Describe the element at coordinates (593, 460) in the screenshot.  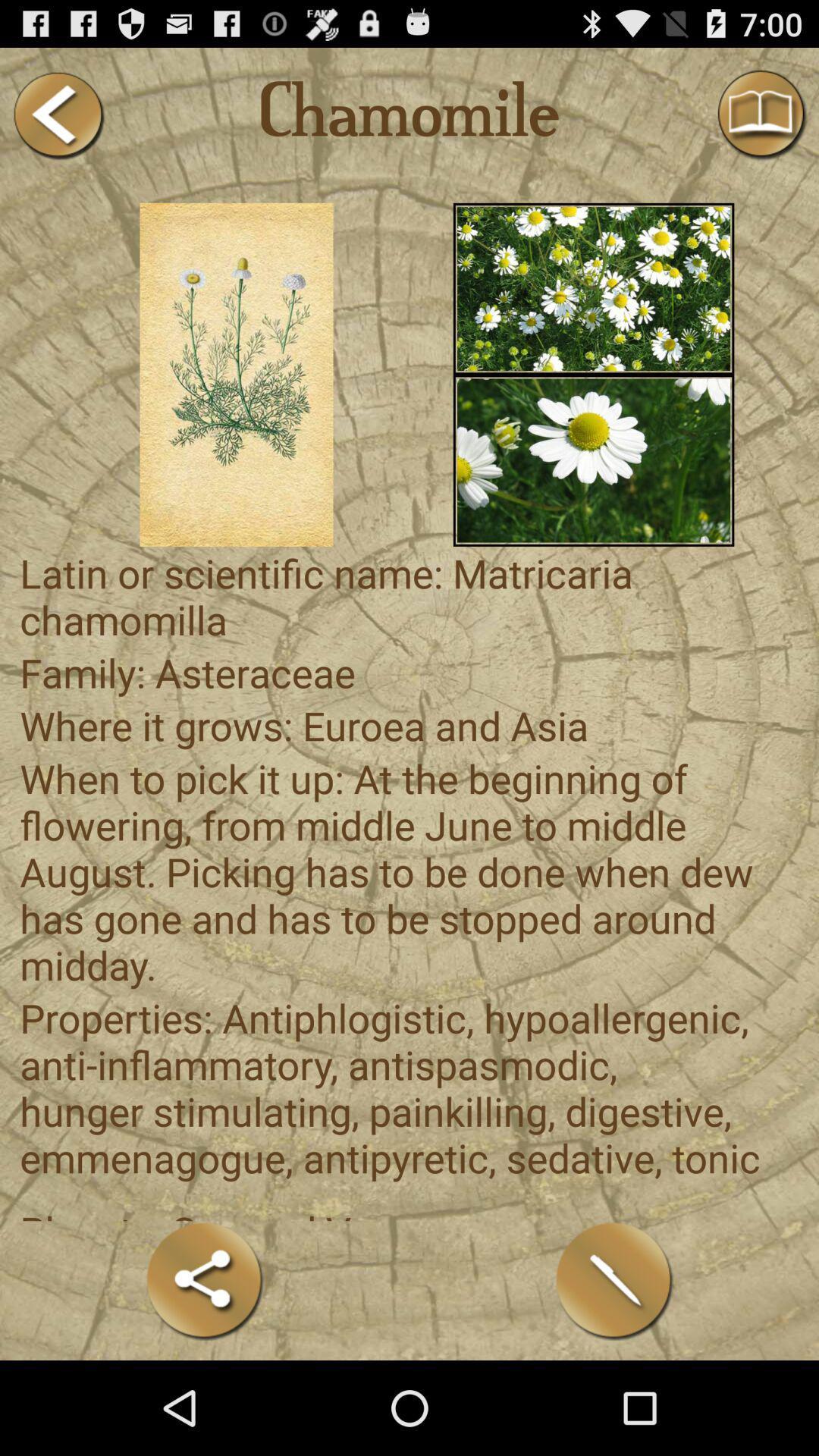
I see `this image was sun flower` at that location.